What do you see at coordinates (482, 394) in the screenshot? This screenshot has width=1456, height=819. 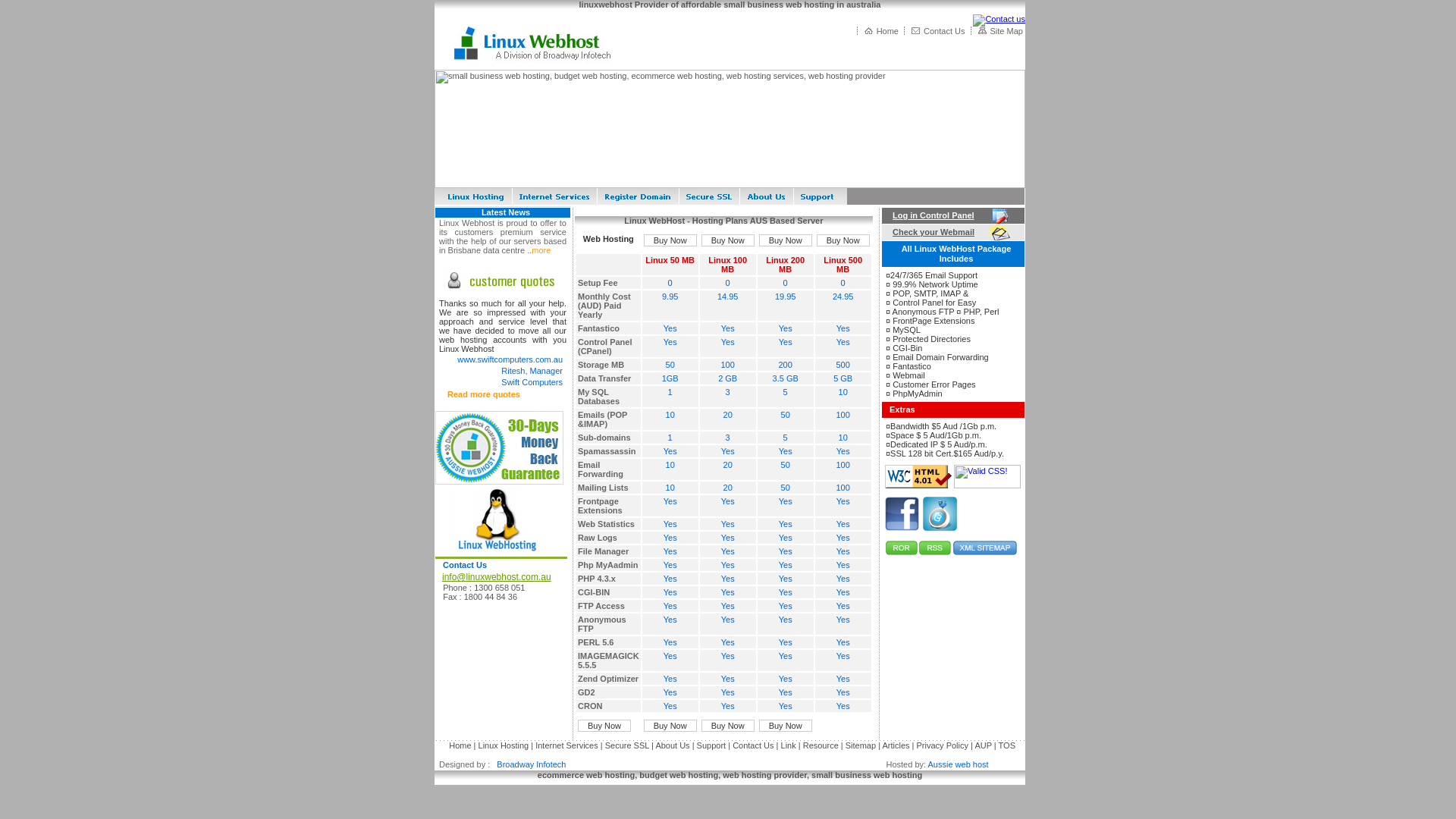 I see `'Read more quotes'` at bounding box center [482, 394].